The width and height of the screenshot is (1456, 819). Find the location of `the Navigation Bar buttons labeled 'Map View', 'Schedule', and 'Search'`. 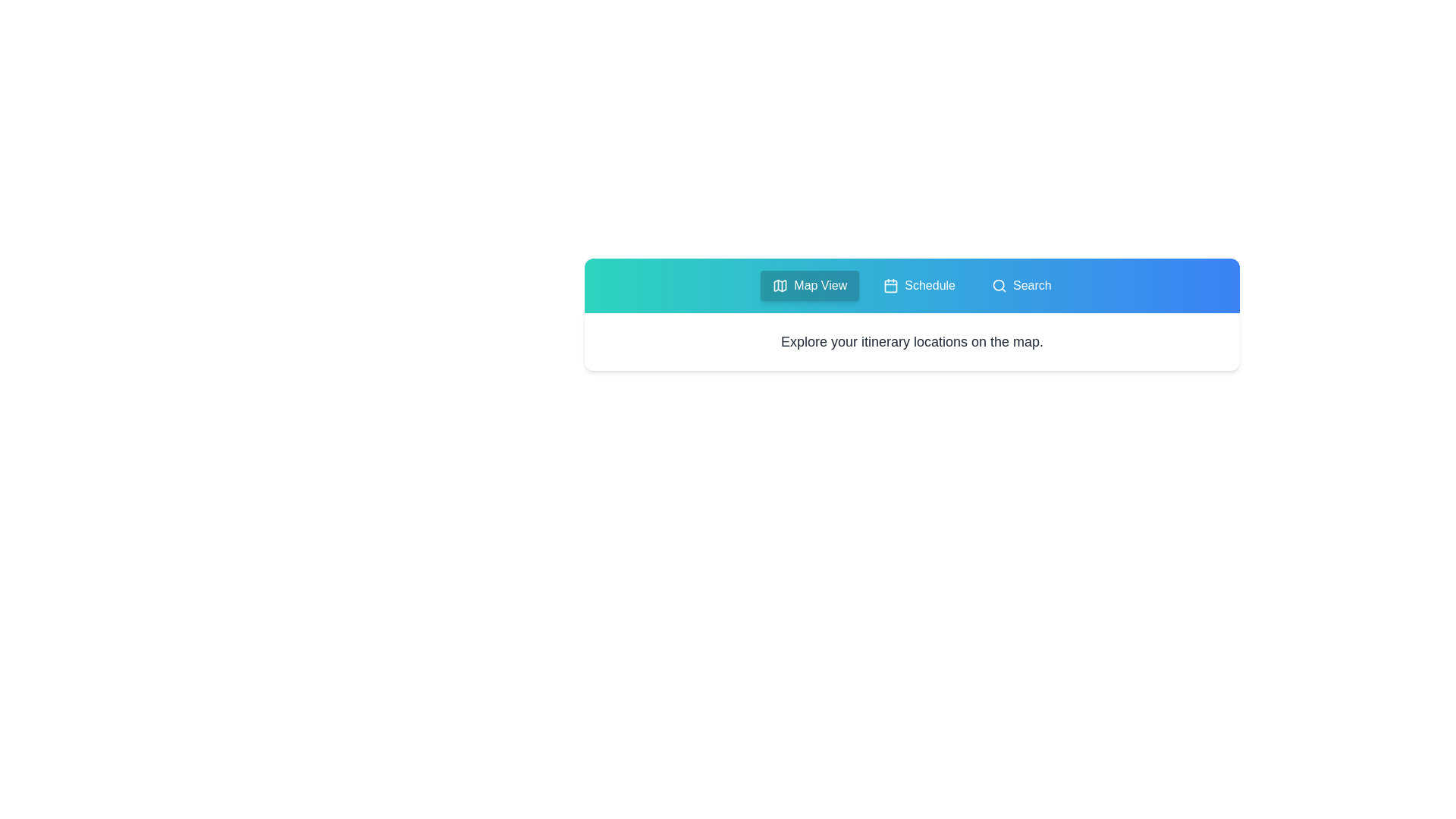

the Navigation Bar buttons labeled 'Map View', 'Schedule', and 'Search' is located at coordinates (912, 286).